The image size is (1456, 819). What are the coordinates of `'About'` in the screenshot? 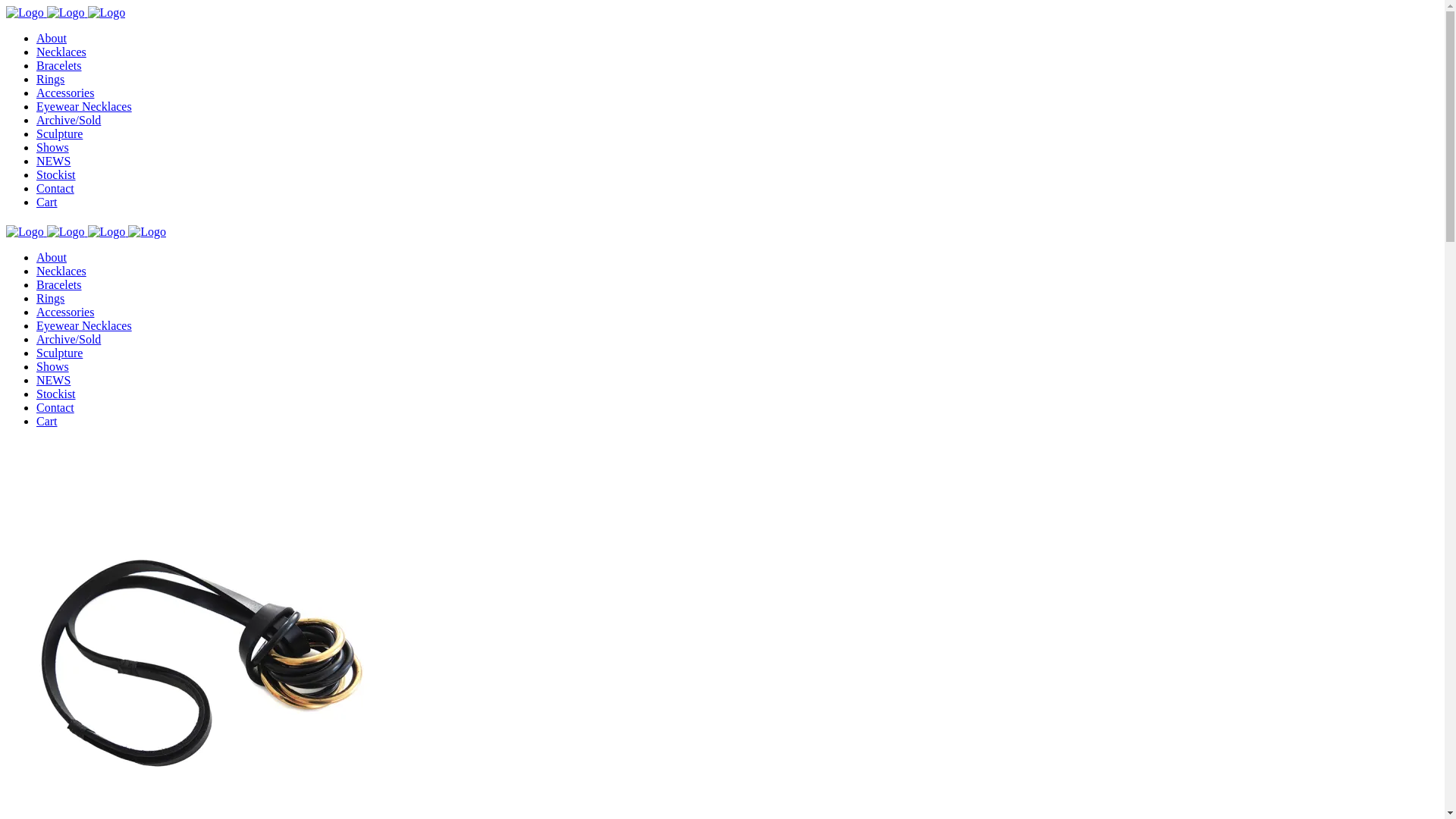 It's located at (51, 37).